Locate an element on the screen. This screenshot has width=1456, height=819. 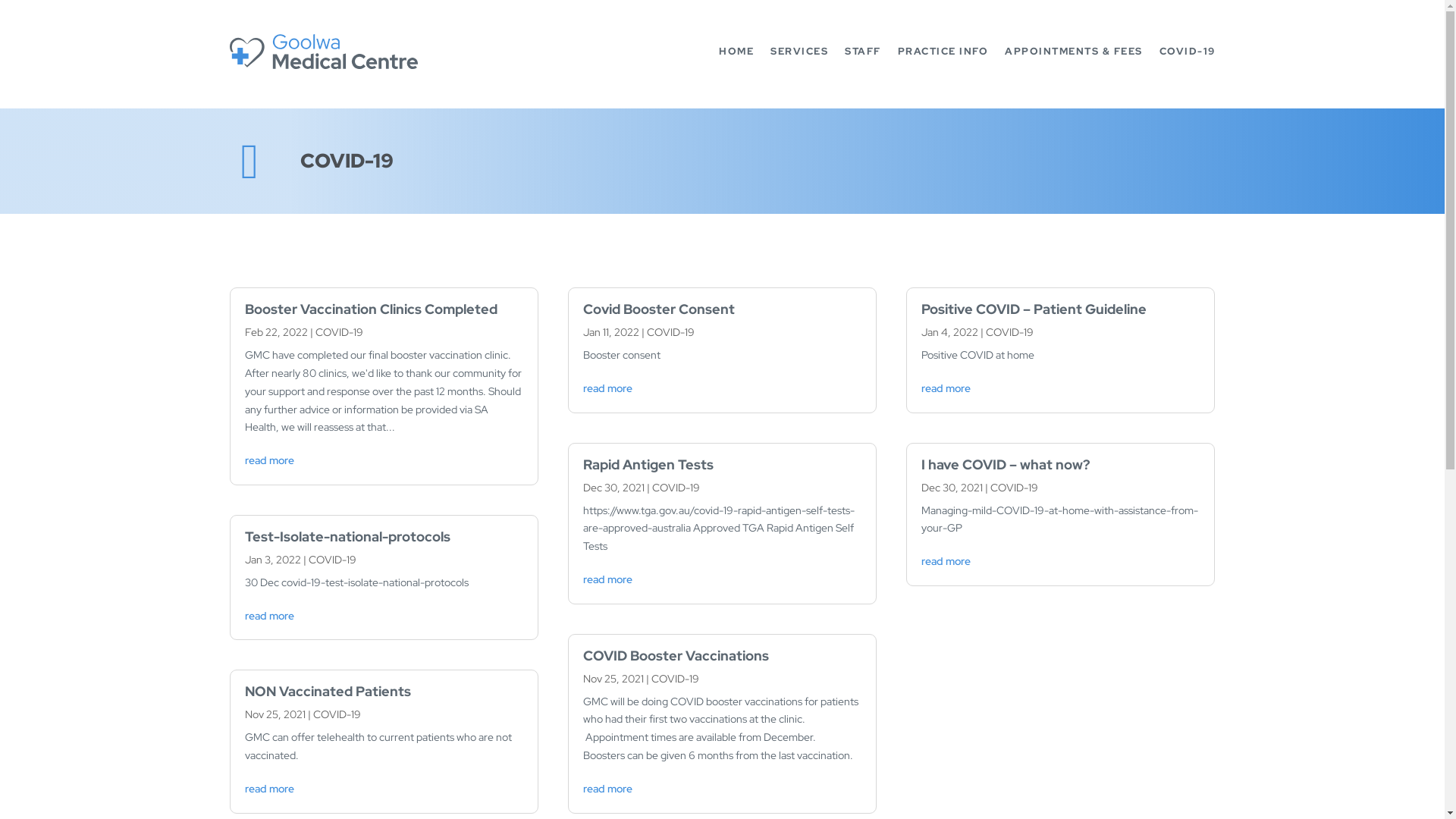
'read more' is located at coordinates (268, 459).